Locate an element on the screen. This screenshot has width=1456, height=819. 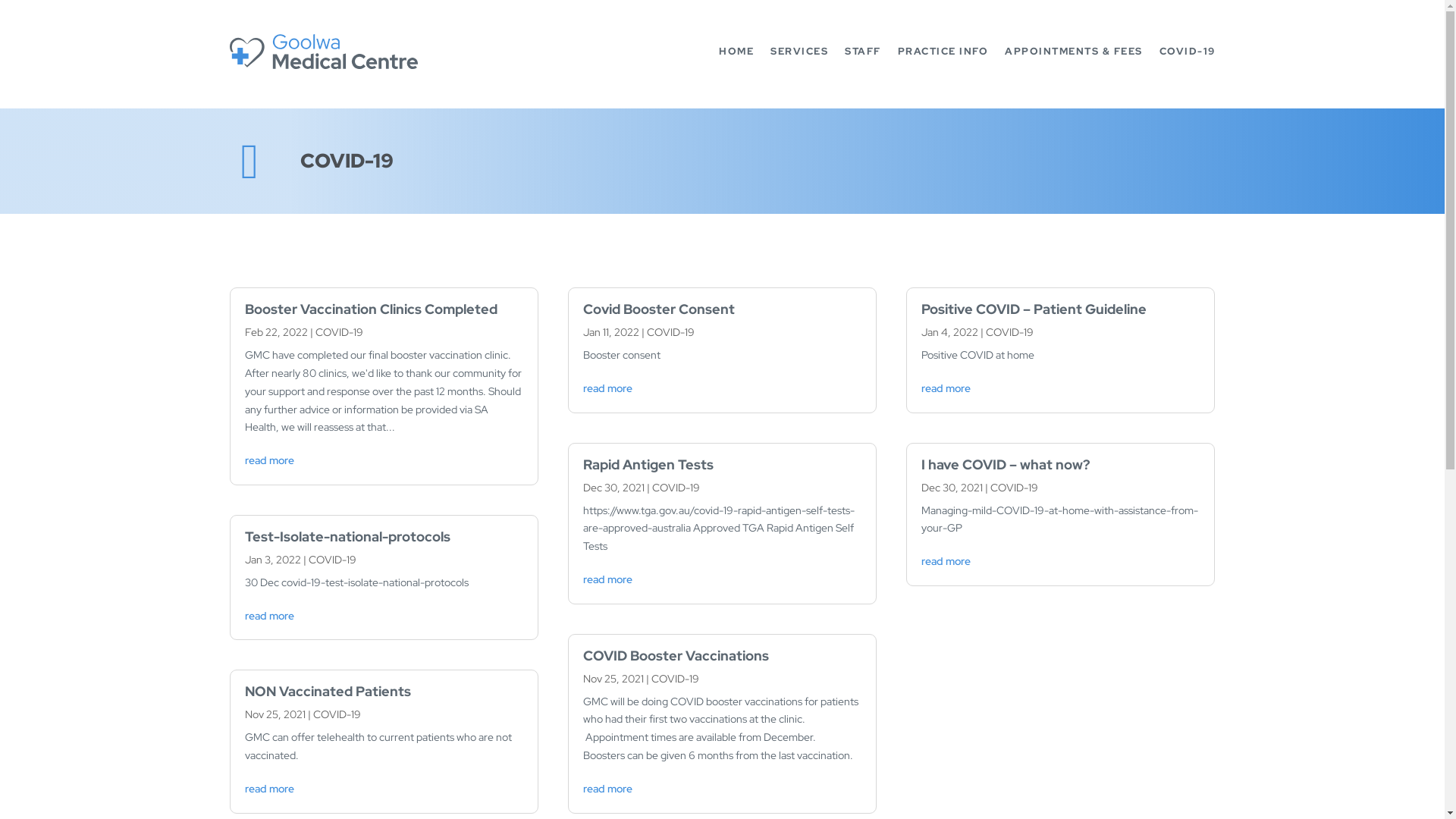
'read more' is located at coordinates (268, 459).